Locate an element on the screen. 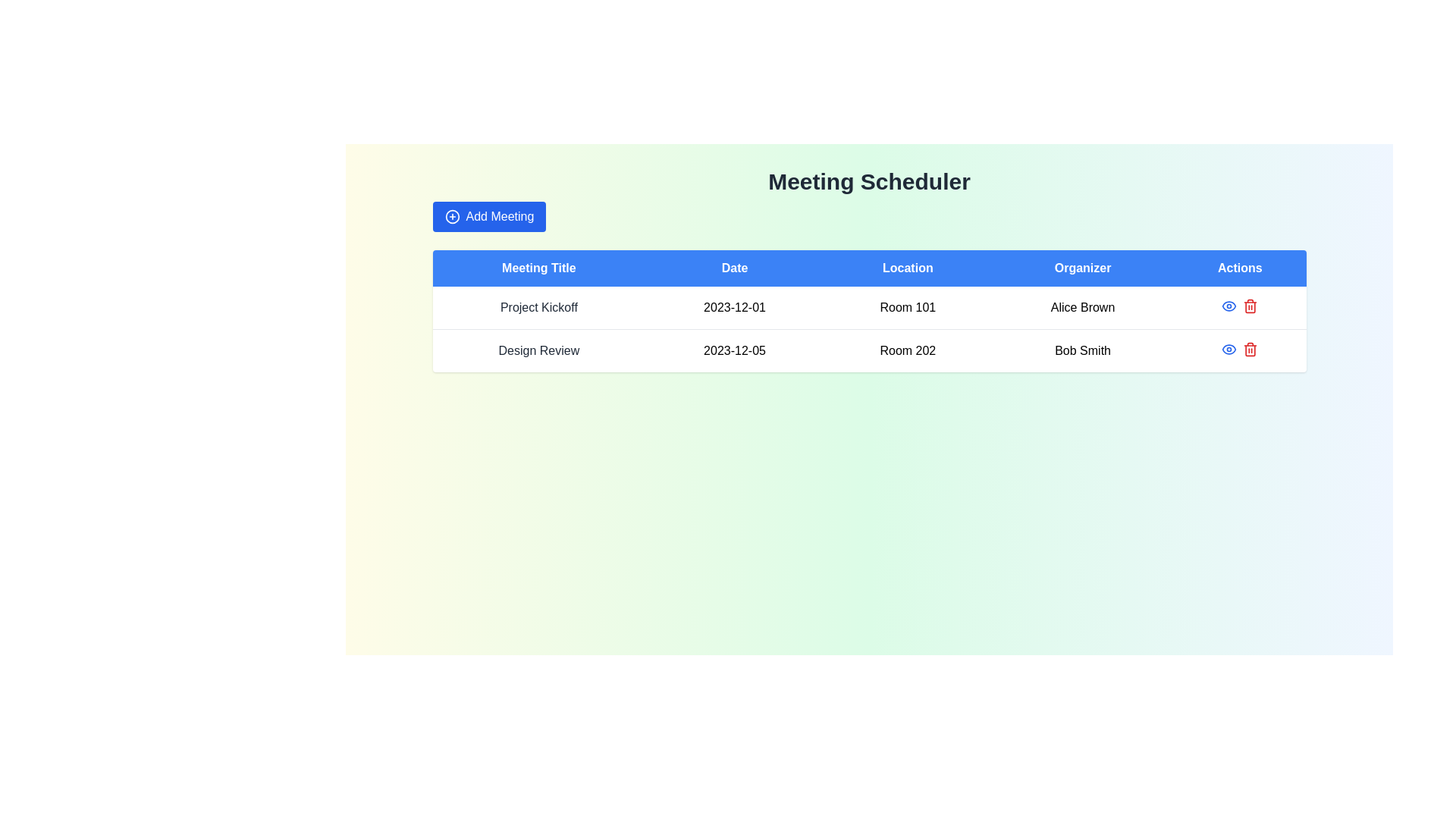 The width and height of the screenshot is (1456, 819). the action buttons group in the 'Actions' column of the 'Project Kickoff' row is located at coordinates (1240, 306).